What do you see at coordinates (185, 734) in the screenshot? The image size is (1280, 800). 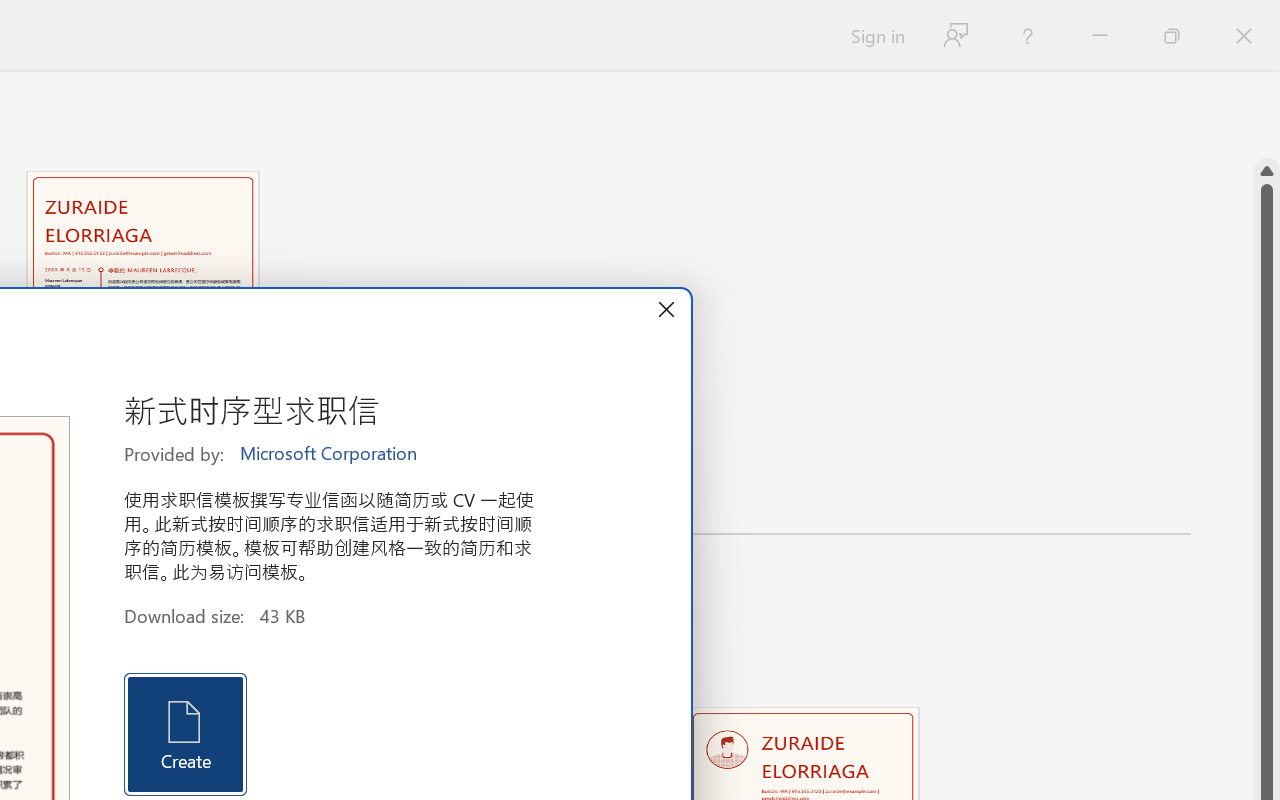 I see `'Create'` at bounding box center [185, 734].